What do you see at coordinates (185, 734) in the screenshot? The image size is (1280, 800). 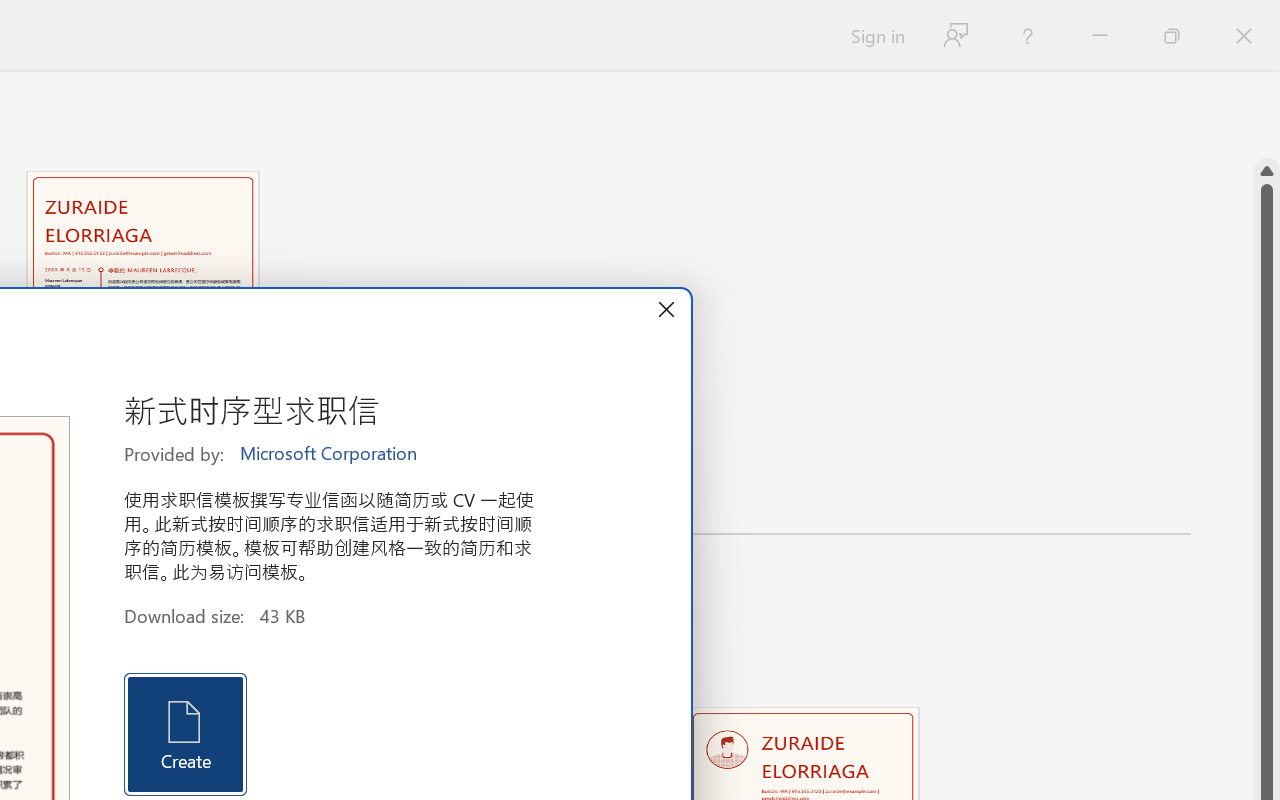 I see `'Create'` at bounding box center [185, 734].